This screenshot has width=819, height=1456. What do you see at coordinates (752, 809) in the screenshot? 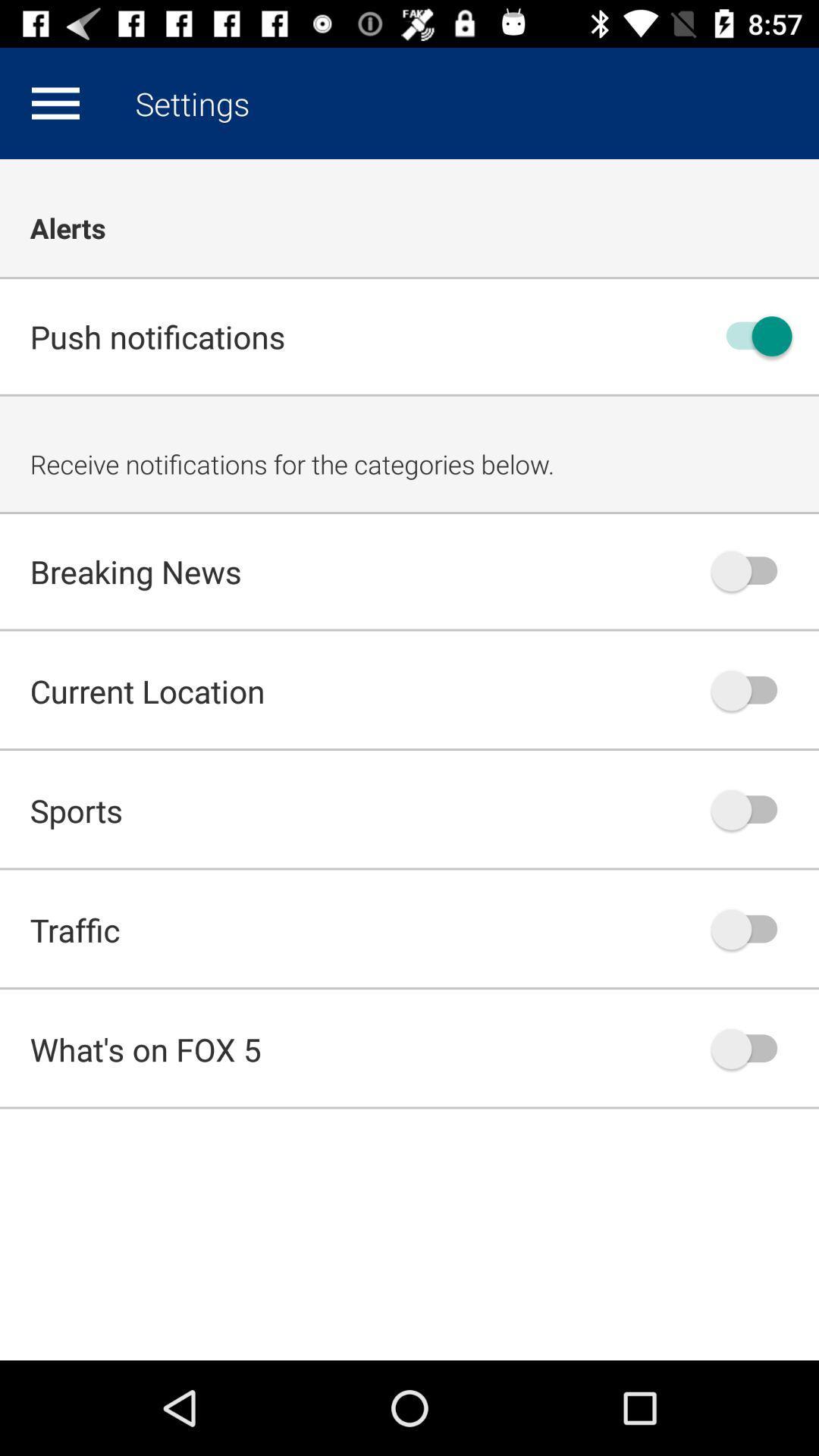
I see `notification option` at bounding box center [752, 809].